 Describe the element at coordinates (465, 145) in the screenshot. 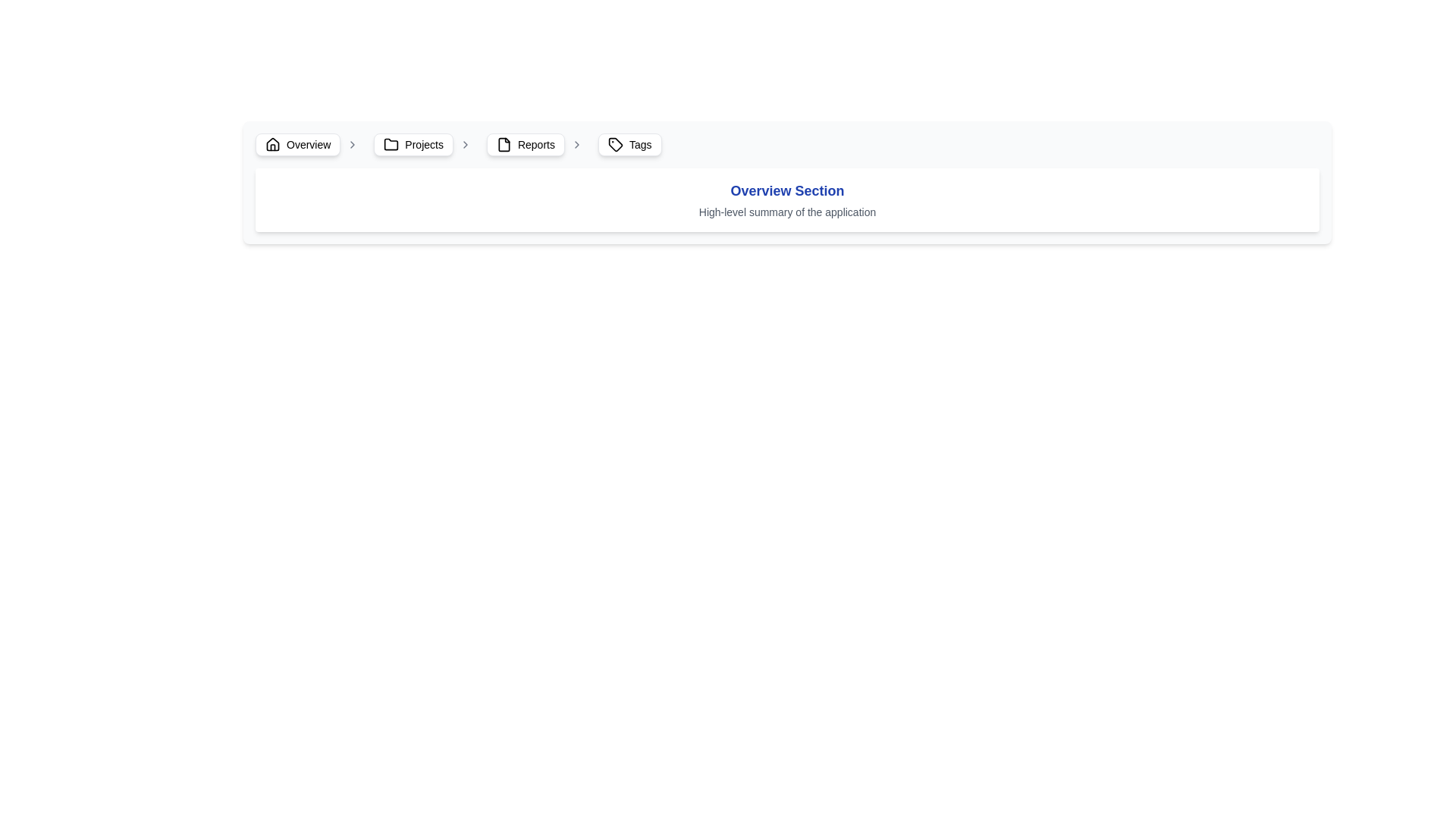

I see `the icon located at the center-right side of the 'Projects' navigation button in the breadcrumb trail` at that location.